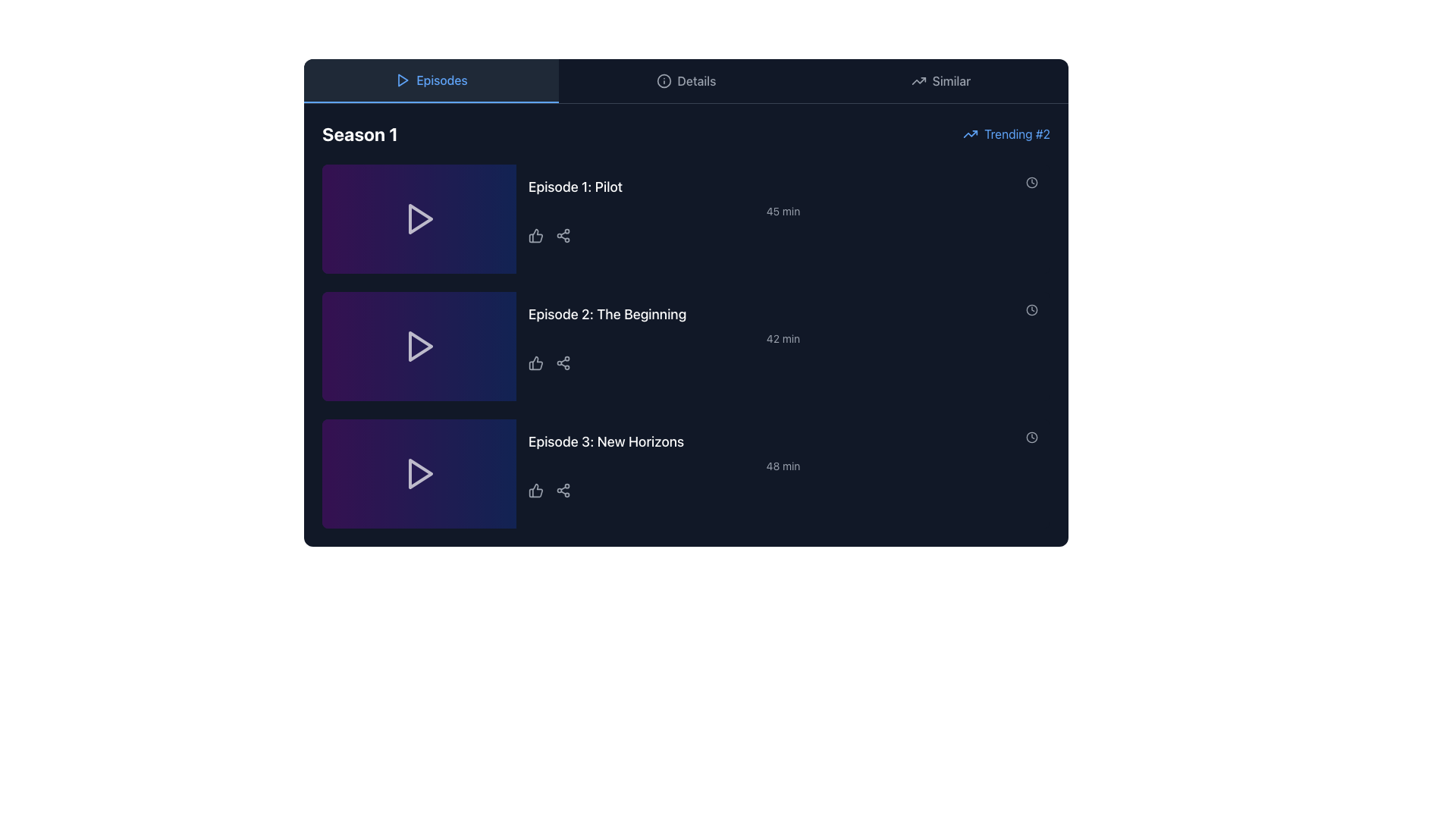  I want to click on the active 'Episodes' tab button, which has a dark gray background and blue text, so click(431, 81).